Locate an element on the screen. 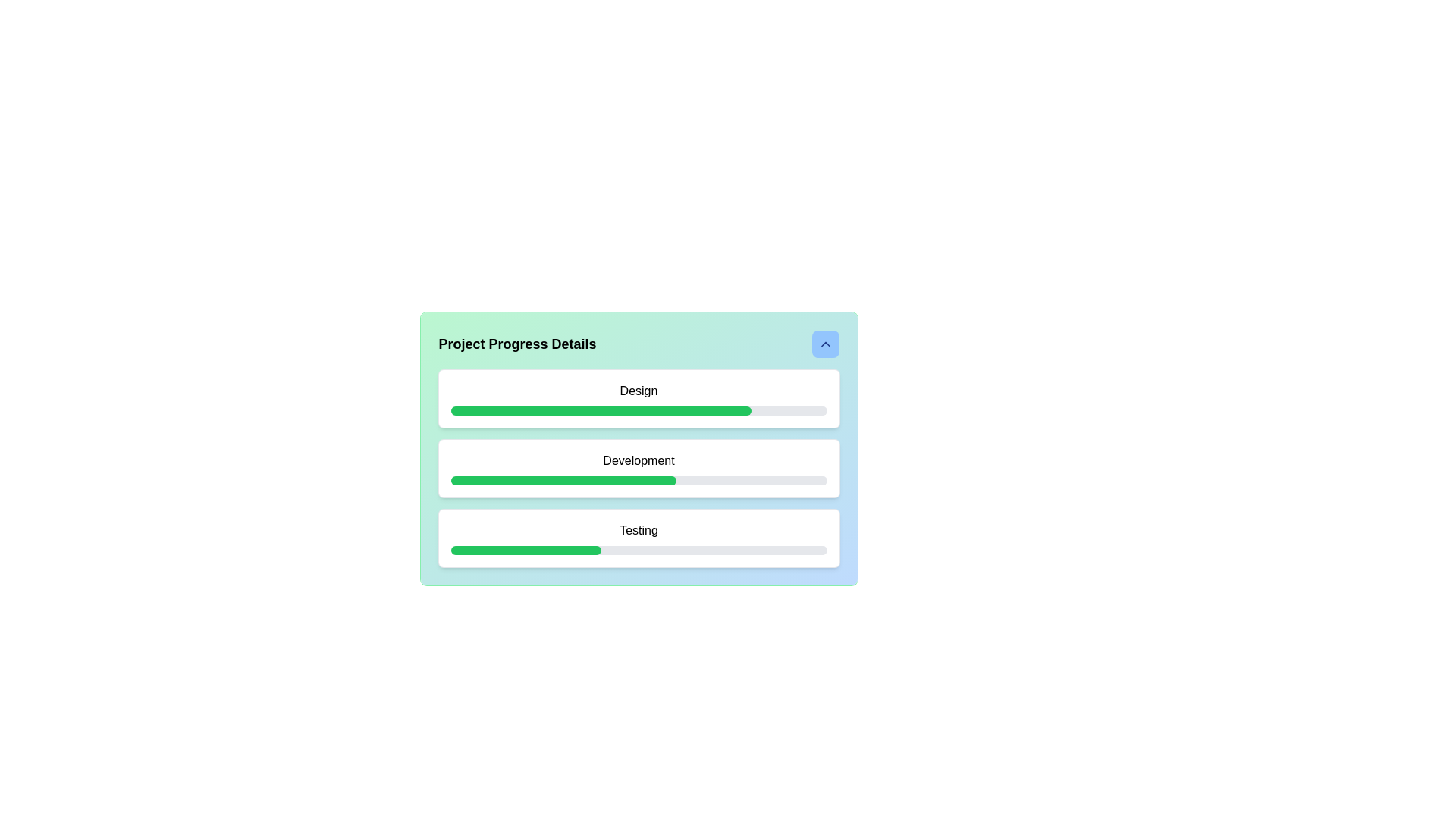 The width and height of the screenshot is (1456, 819). the first horizontal progress bar in the 'Design' section of the 'Project Progress Details' panel, which is 80% filled with green and has rounded edges is located at coordinates (639, 411).